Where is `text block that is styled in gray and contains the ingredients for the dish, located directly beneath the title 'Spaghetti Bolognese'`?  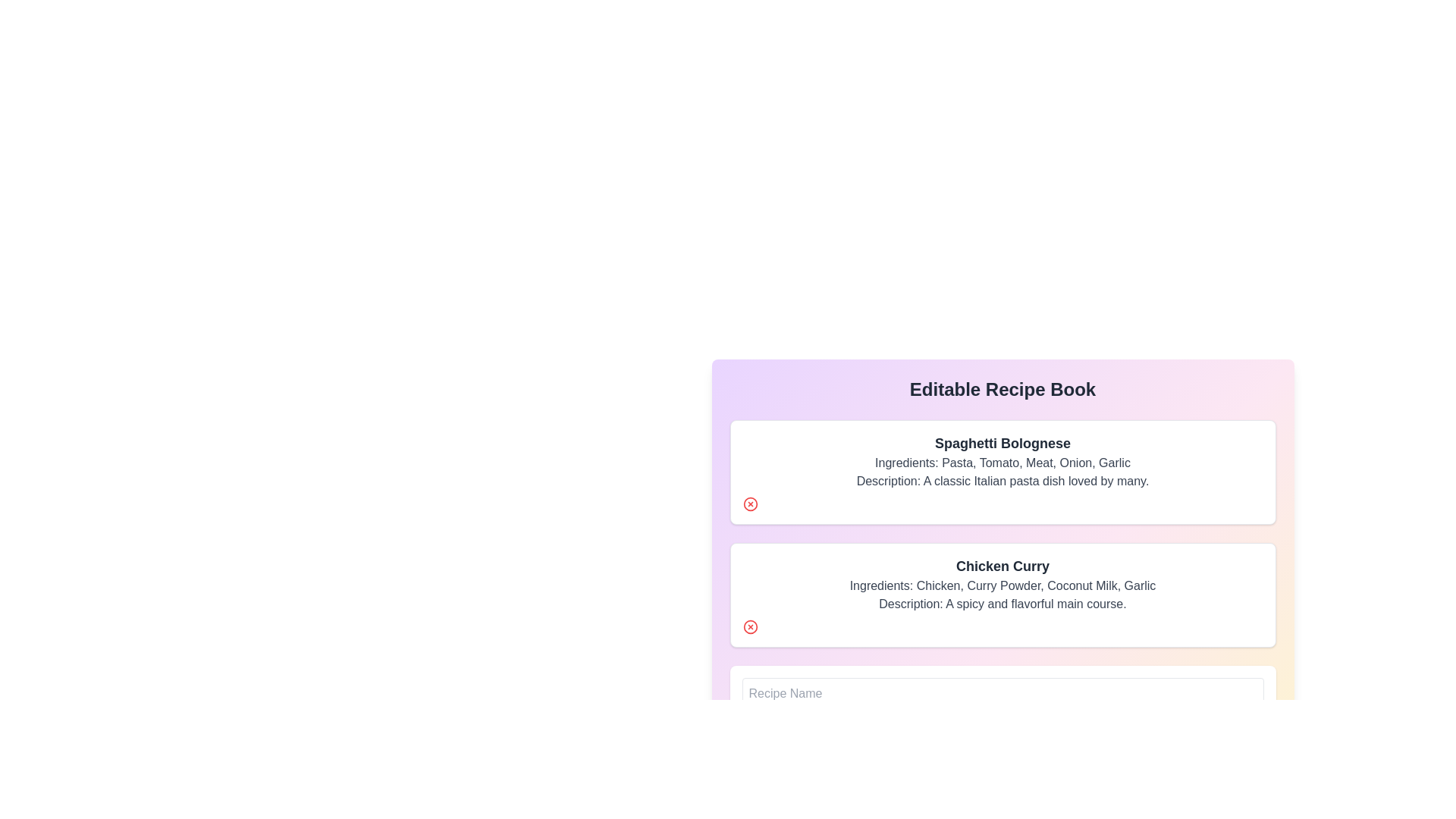 text block that is styled in gray and contains the ingredients for the dish, located directly beneath the title 'Spaghetti Bolognese' is located at coordinates (1003, 462).